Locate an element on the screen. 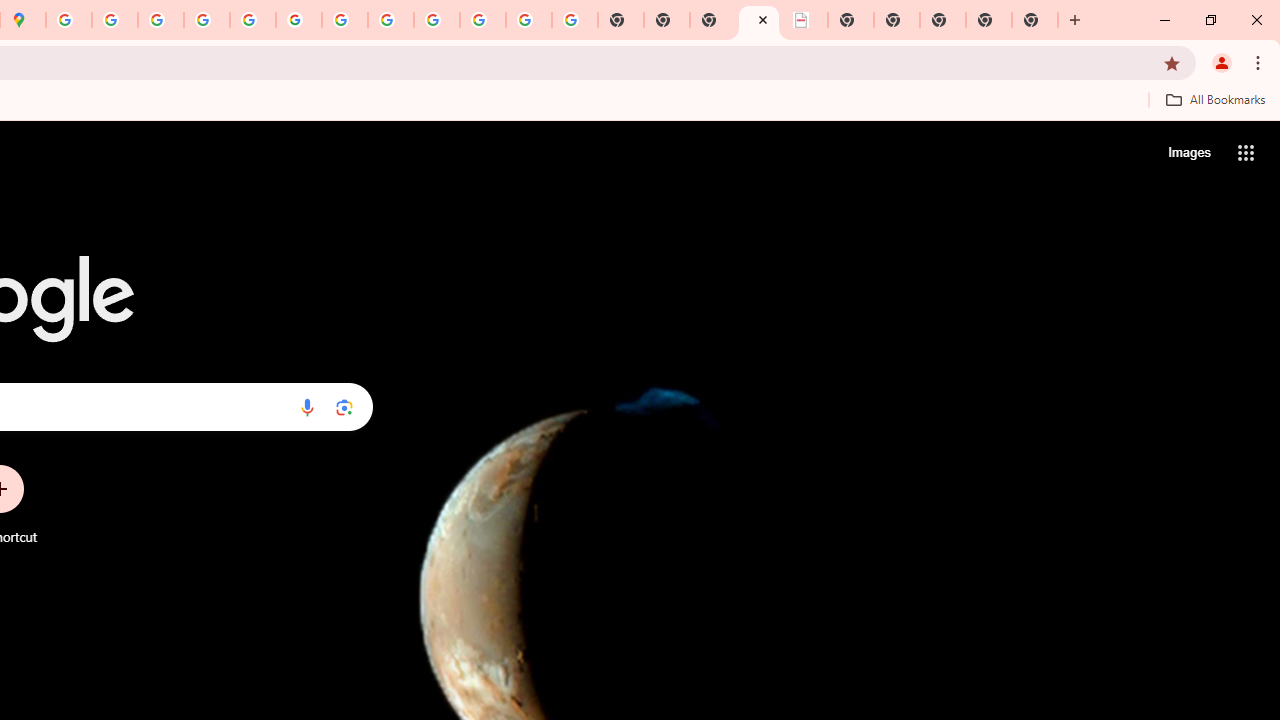  'Privacy Help Center - Policies Help' is located at coordinates (161, 20).